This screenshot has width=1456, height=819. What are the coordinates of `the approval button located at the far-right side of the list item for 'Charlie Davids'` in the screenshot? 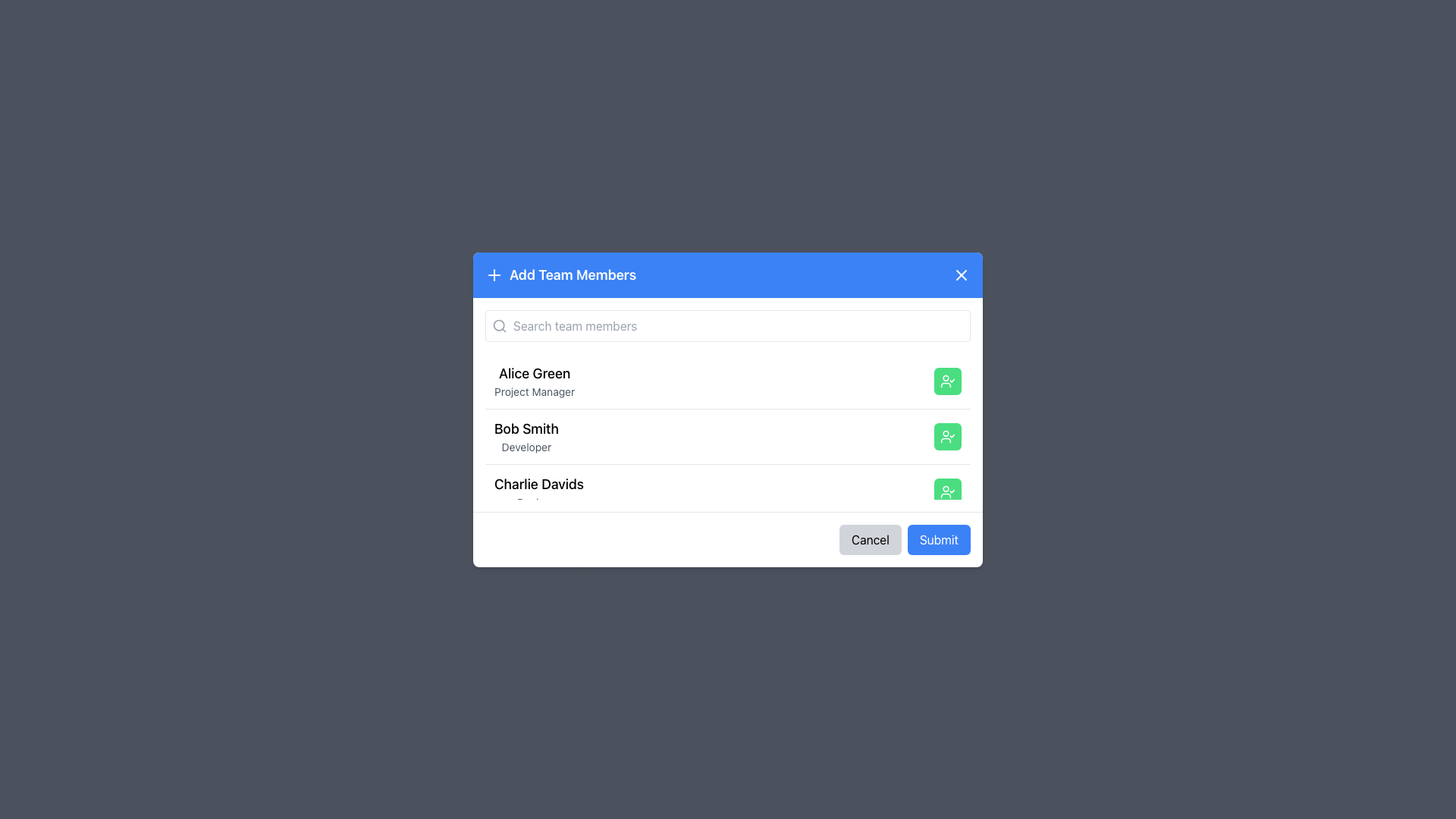 It's located at (946, 491).